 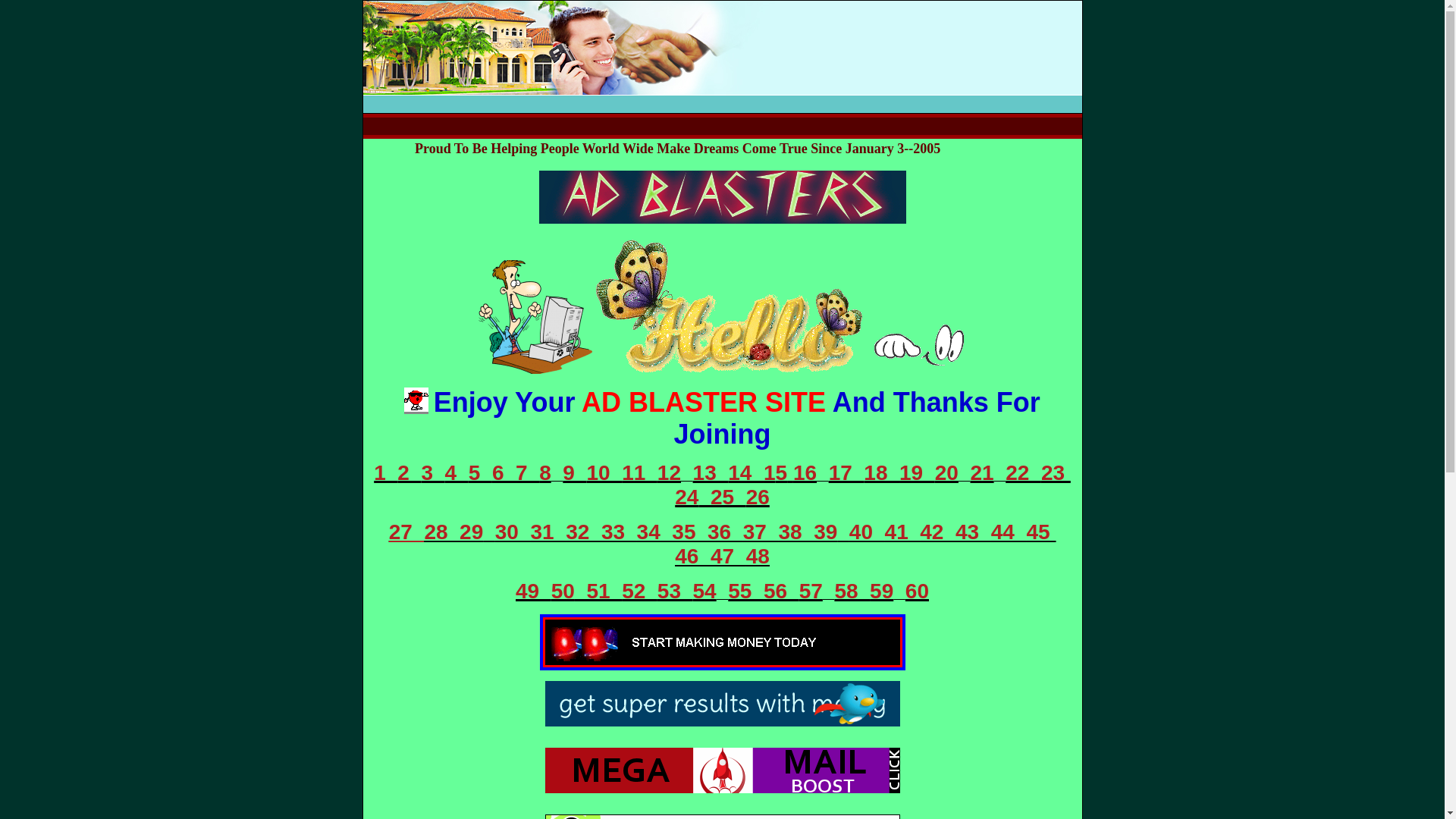 What do you see at coordinates (683, 531) in the screenshot?
I see `'  35 '` at bounding box center [683, 531].